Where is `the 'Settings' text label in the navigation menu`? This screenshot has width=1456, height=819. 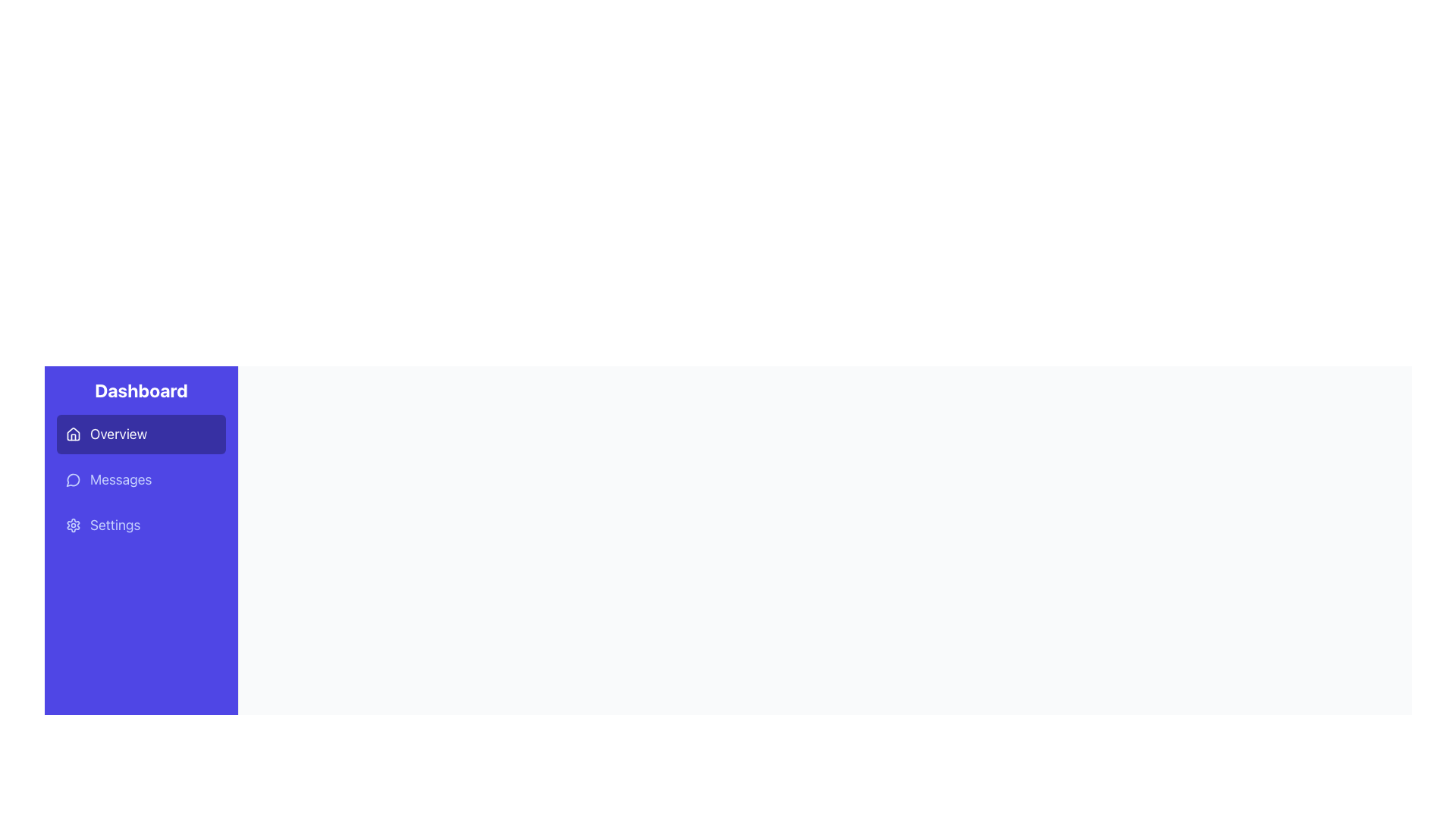
the 'Settings' text label in the navigation menu is located at coordinates (115, 525).